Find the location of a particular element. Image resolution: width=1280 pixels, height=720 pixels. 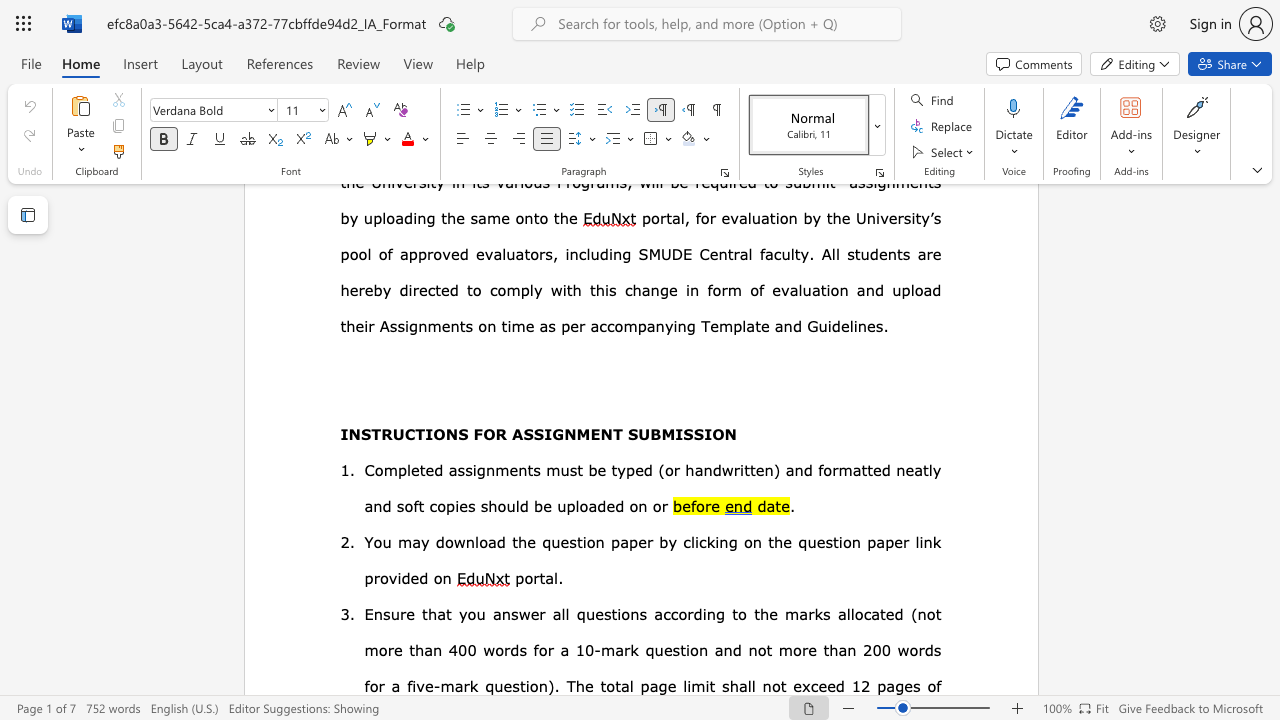

the subset text "stion and not more than 200 word" within the text "(not more than 400 words for a 10-mark question and not more than 200 words for a five-mark question). The tot" is located at coordinates (672, 650).